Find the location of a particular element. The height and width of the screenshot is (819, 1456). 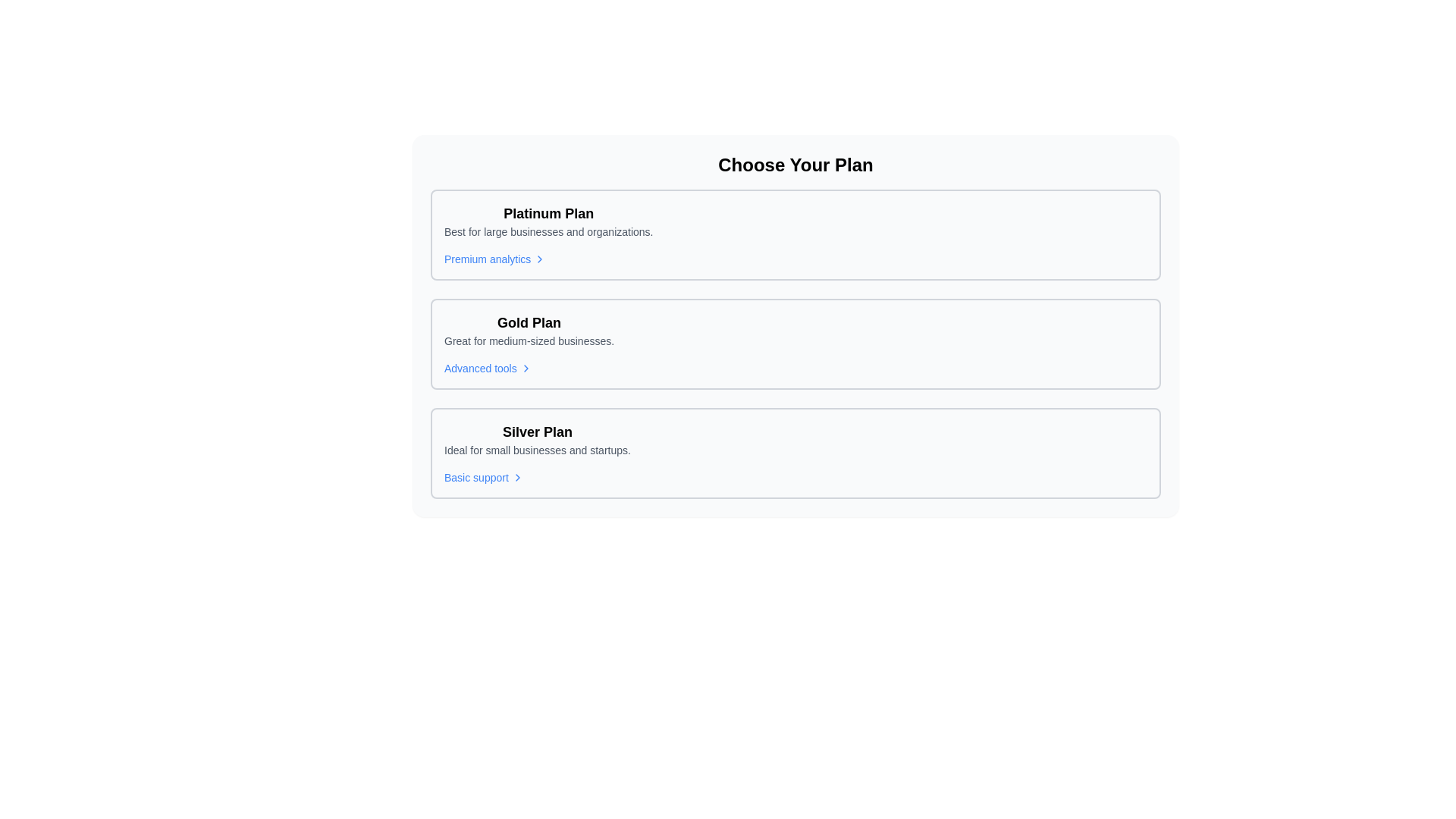

displayed text of the first list item, 'Platinum Plan', located below the heading 'Choose Your Plan' is located at coordinates (548, 221).